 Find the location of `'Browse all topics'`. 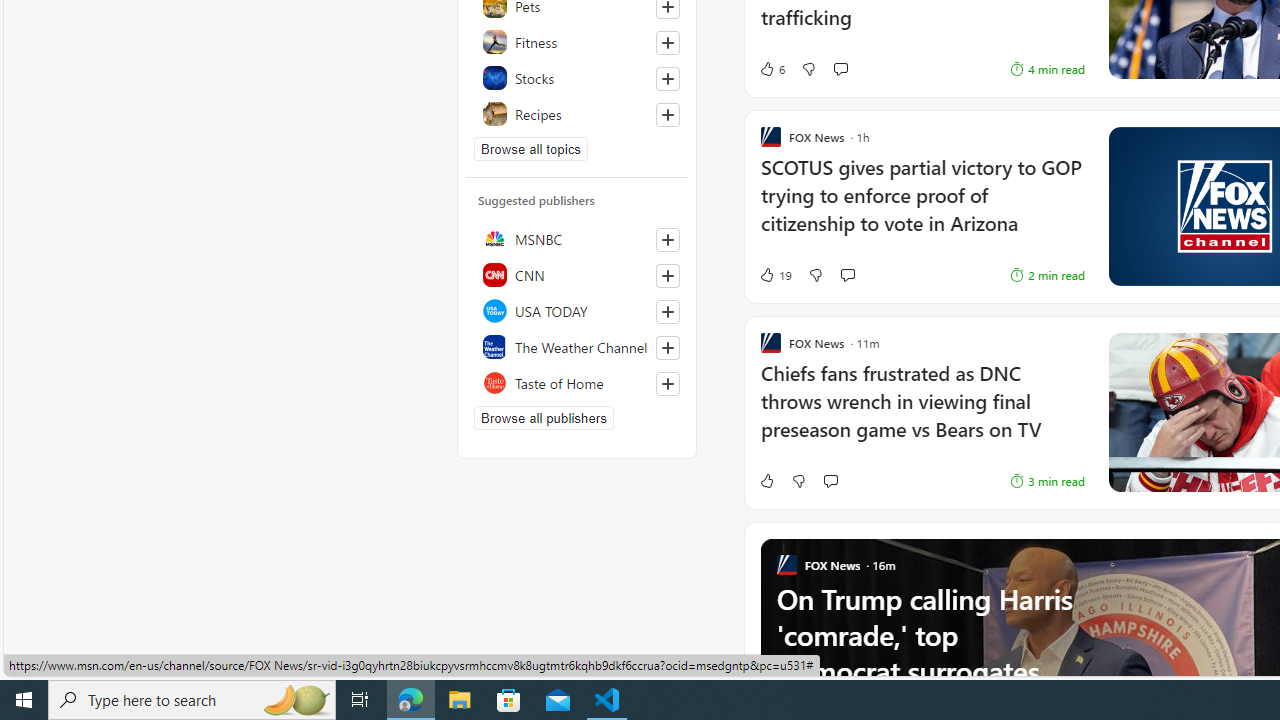

'Browse all topics' is located at coordinates (531, 148).